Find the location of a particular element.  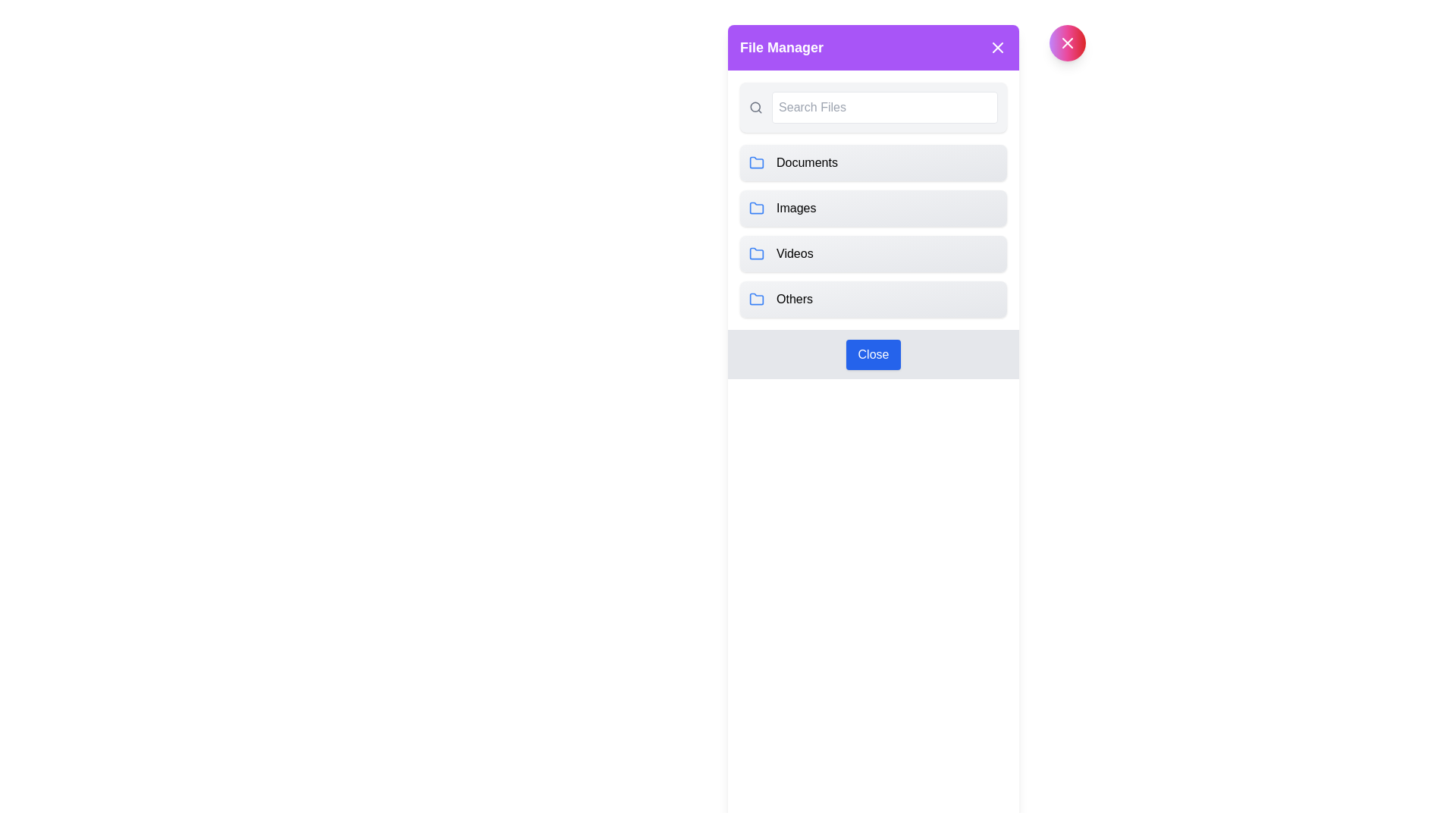

the small 'X' icon button located in the top-right corner of the purple header bar is located at coordinates (1066, 42).